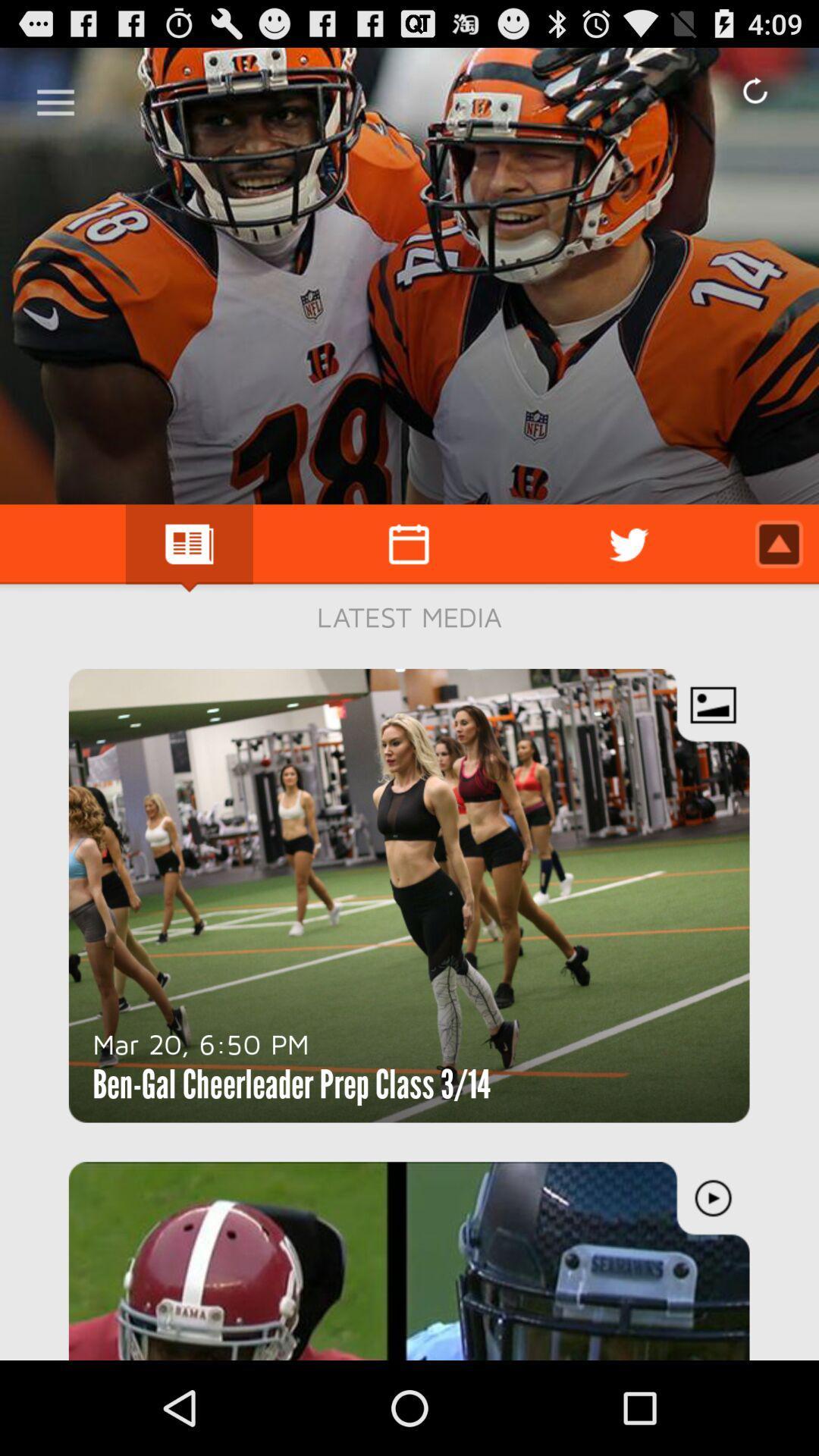 This screenshot has height=1456, width=819. What do you see at coordinates (55, 96) in the screenshot?
I see `icon at the top left corner` at bounding box center [55, 96].